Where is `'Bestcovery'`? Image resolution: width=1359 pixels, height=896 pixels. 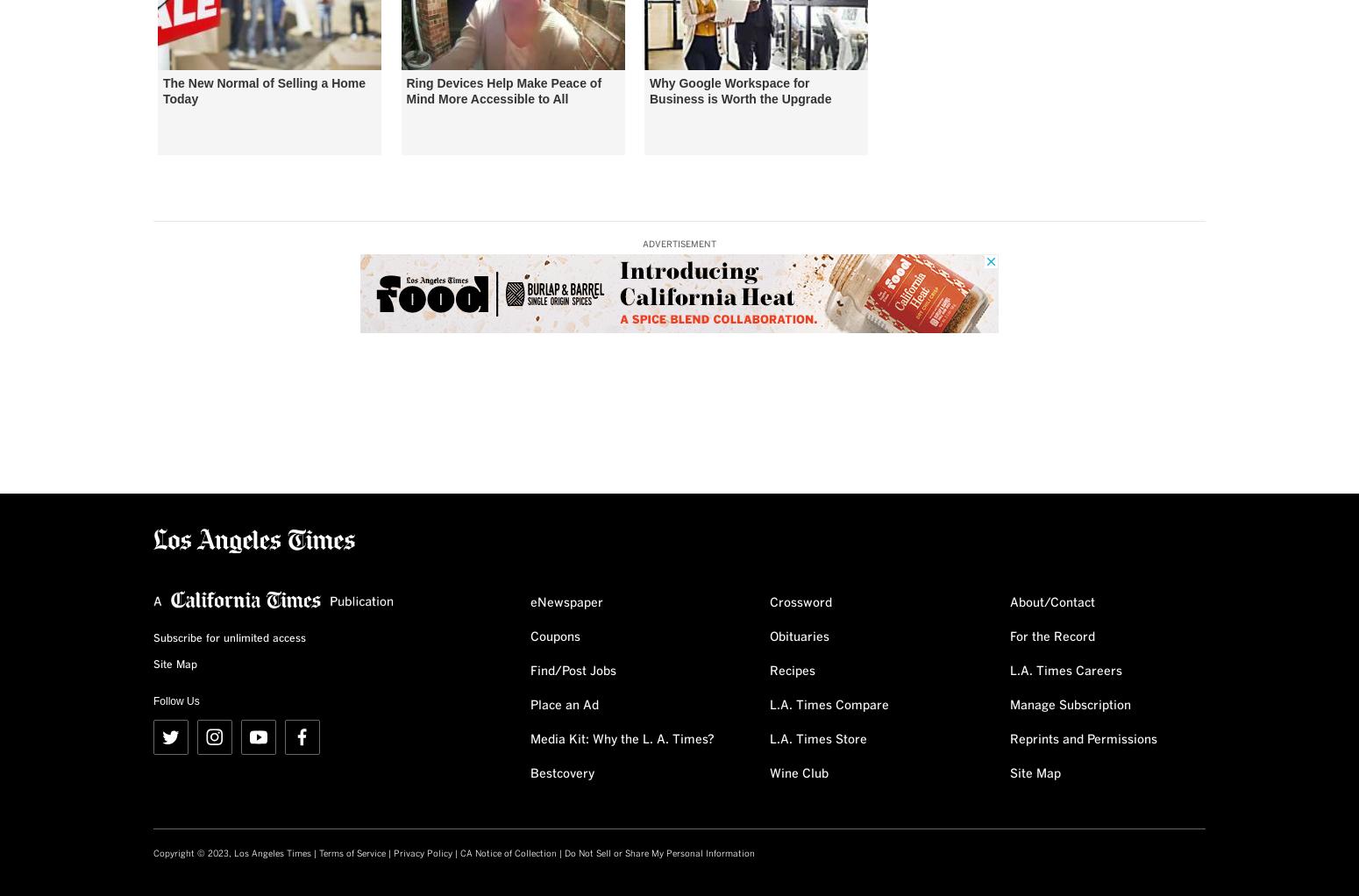
'Bestcovery' is located at coordinates (561, 773).